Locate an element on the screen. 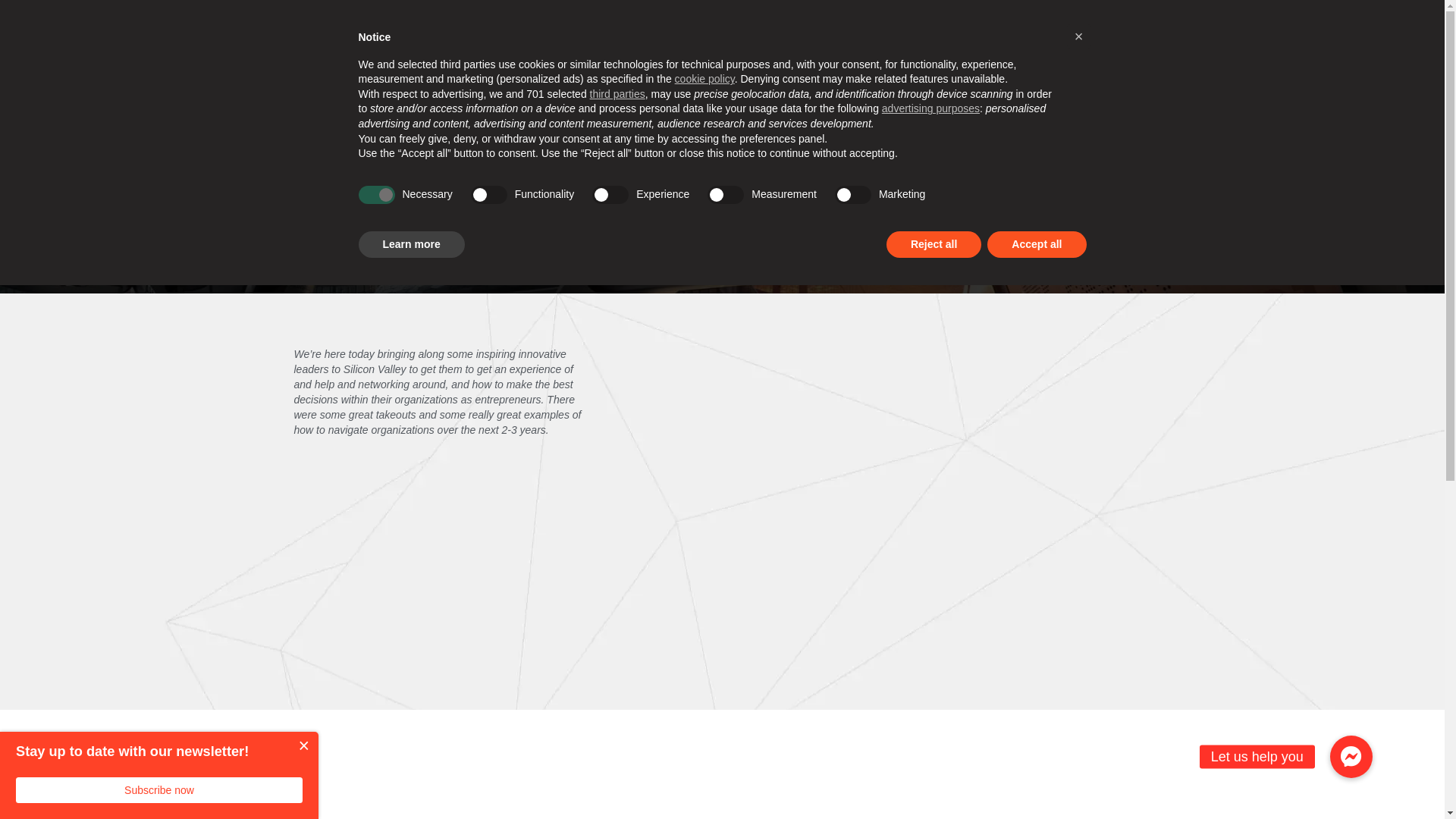 Image resolution: width=1456 pixels, height=819 pixels. 'Learn more' is located at coordinates (411, 244).